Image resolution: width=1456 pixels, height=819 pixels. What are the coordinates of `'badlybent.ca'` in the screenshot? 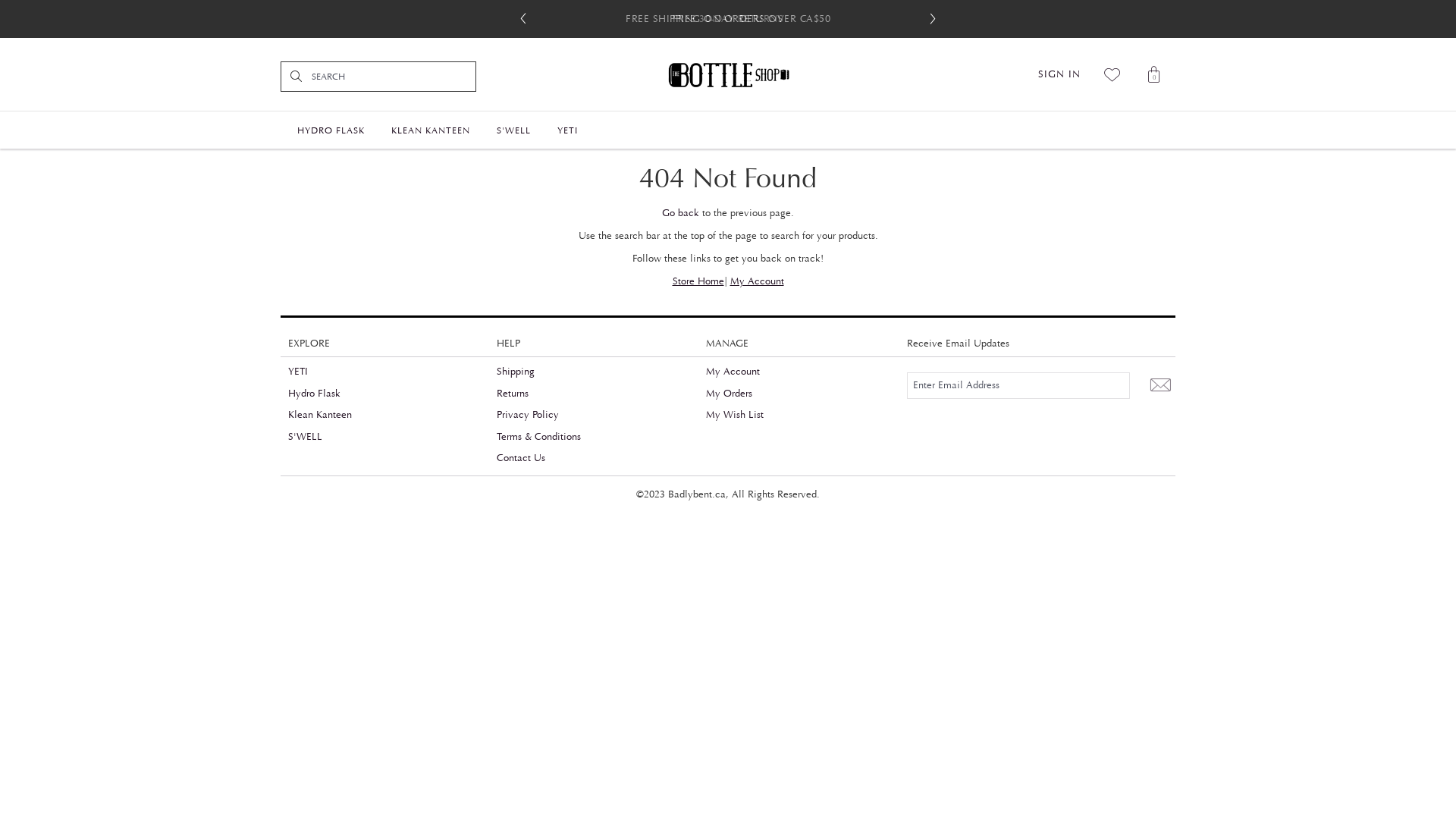 It's located at (728, 74).